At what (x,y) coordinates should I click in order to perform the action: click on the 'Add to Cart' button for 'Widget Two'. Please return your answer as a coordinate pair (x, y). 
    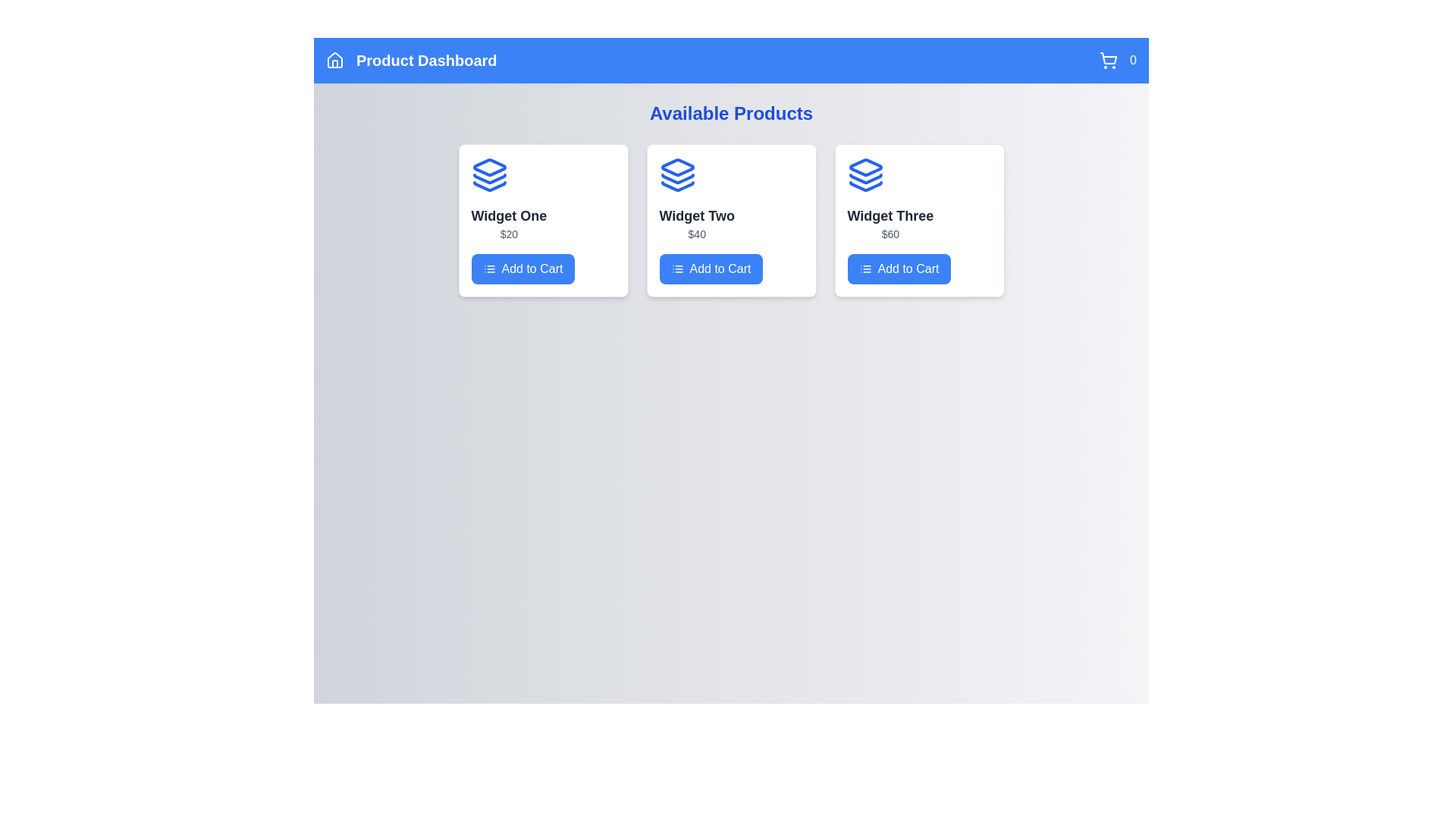
    Looking at the image, I should click on (710, 268).